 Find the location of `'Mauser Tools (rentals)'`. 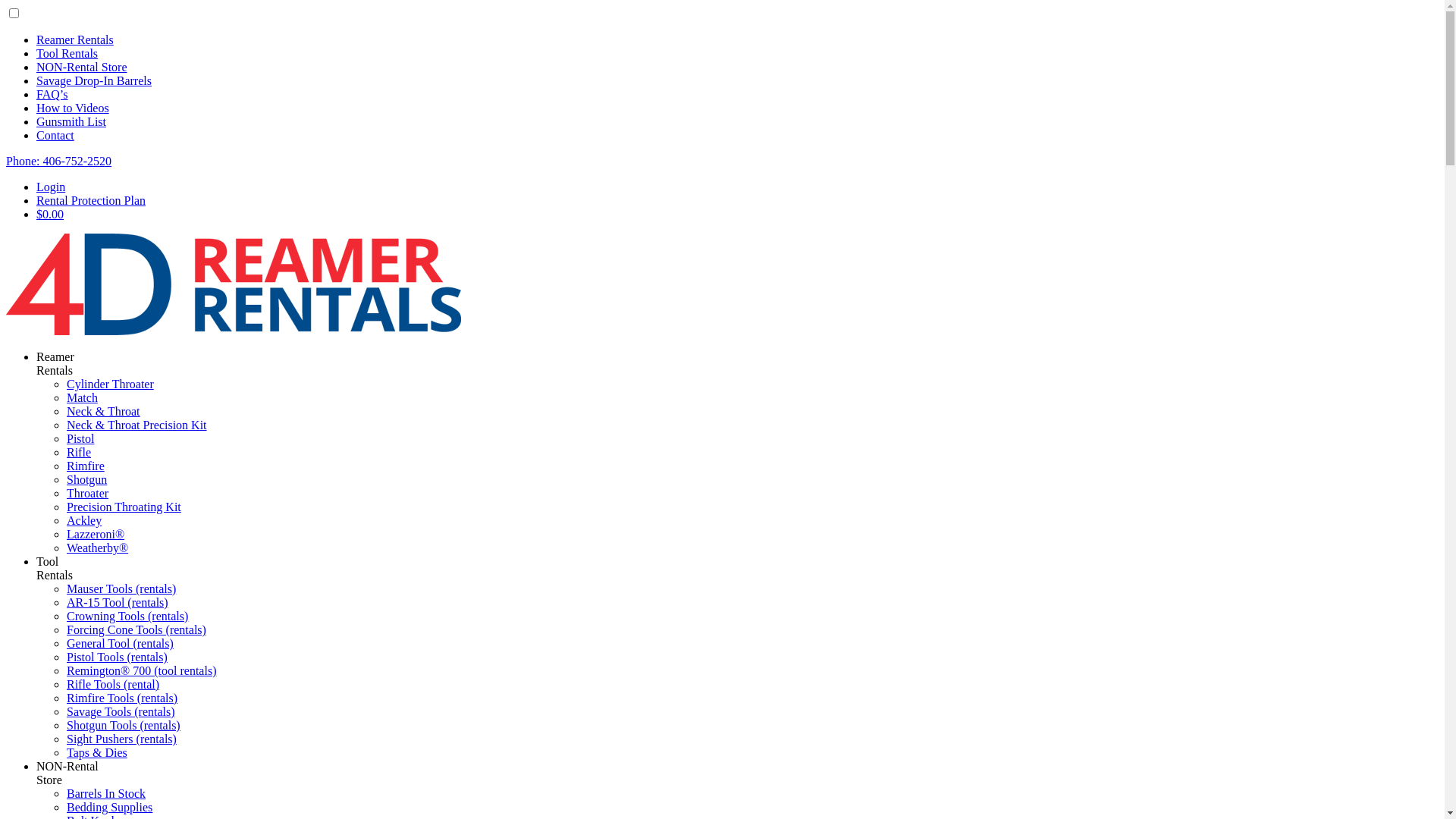

'Mauser Tools (rentals)' is located at coordinates (120, 588).